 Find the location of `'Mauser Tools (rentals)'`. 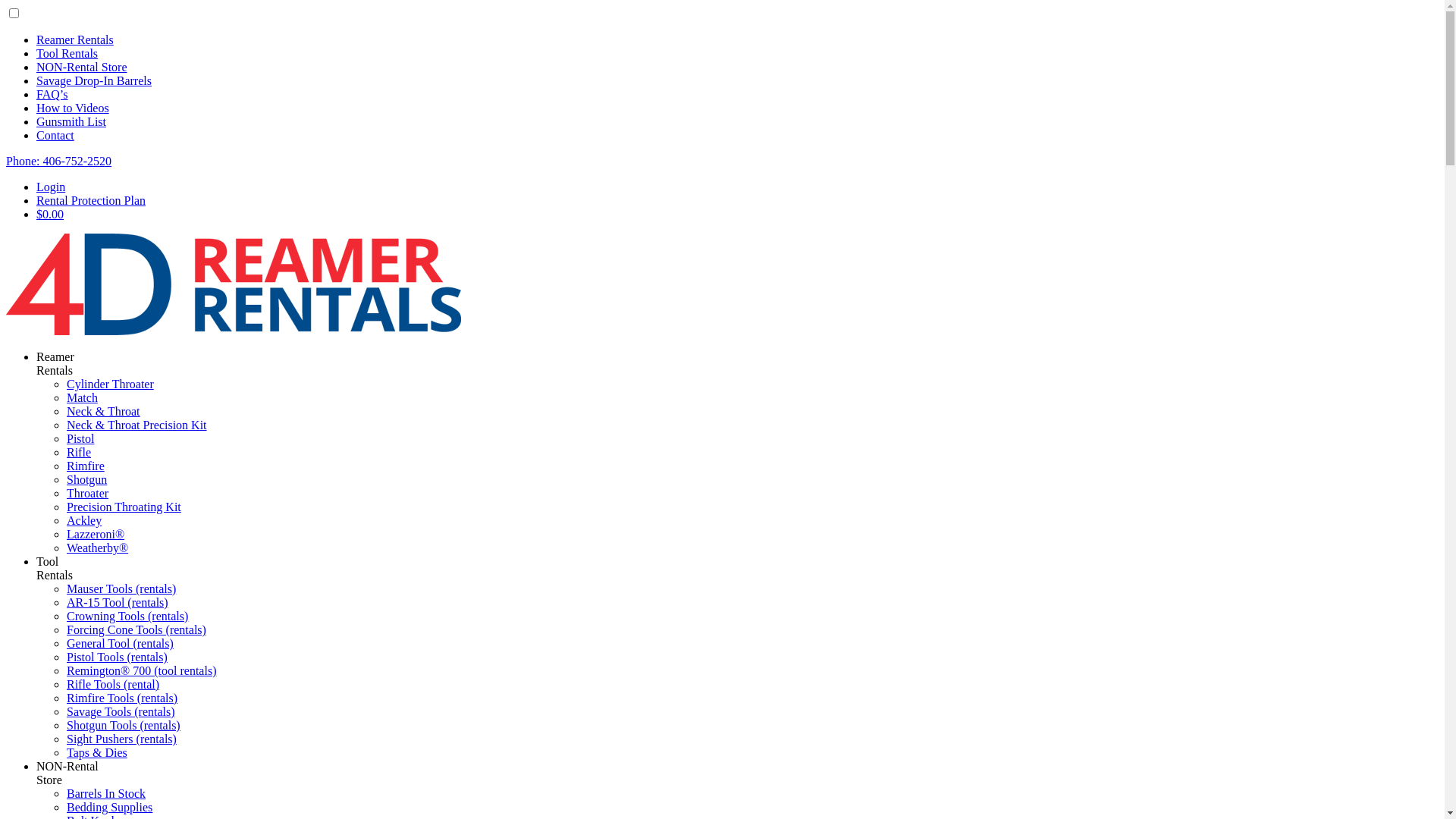

'Mauser Tools (rentals)' is located at coordinates (120, 588).